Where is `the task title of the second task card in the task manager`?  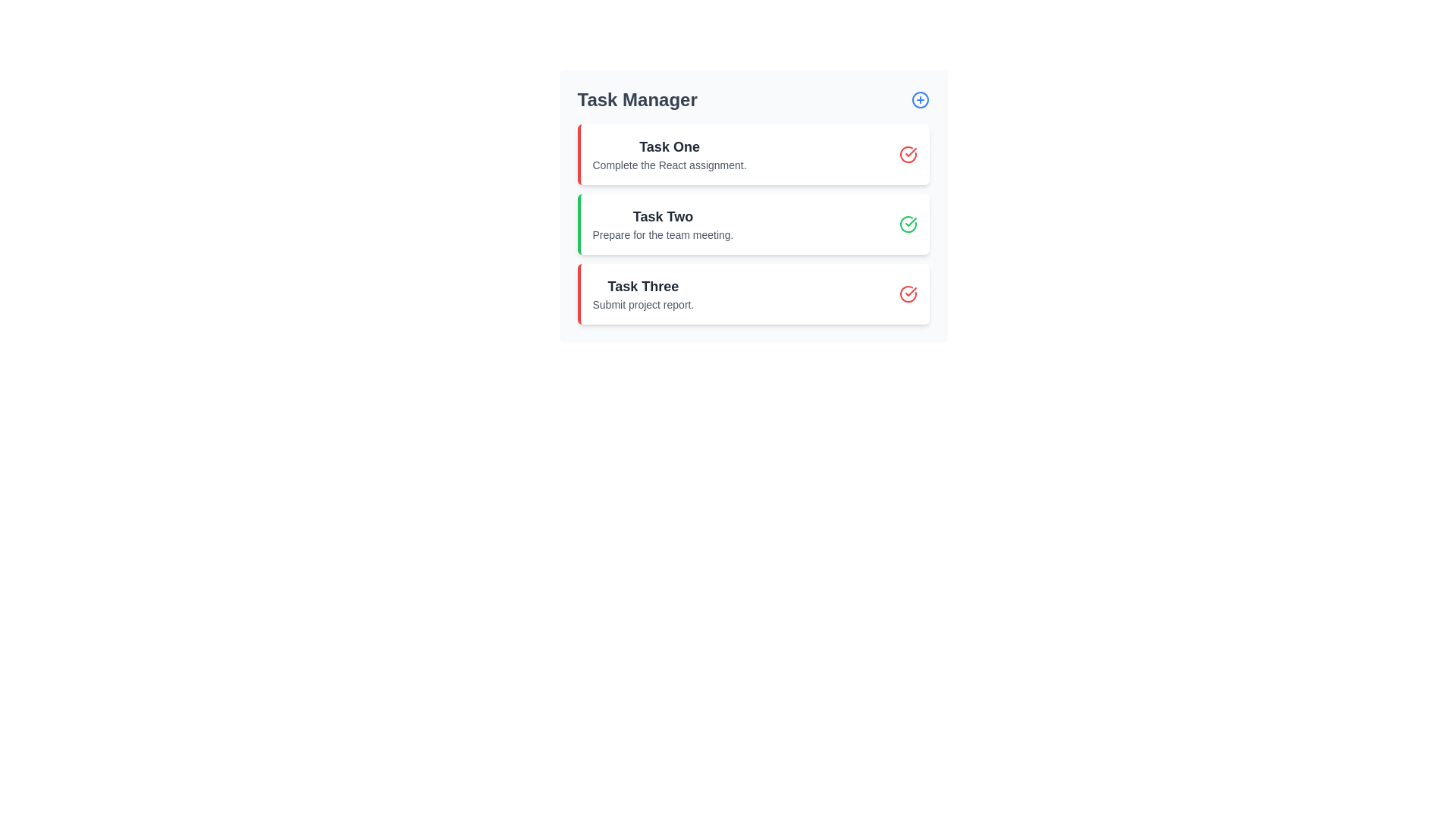
the task title of the second task card in the task manager is located at coordinates (753, 206).